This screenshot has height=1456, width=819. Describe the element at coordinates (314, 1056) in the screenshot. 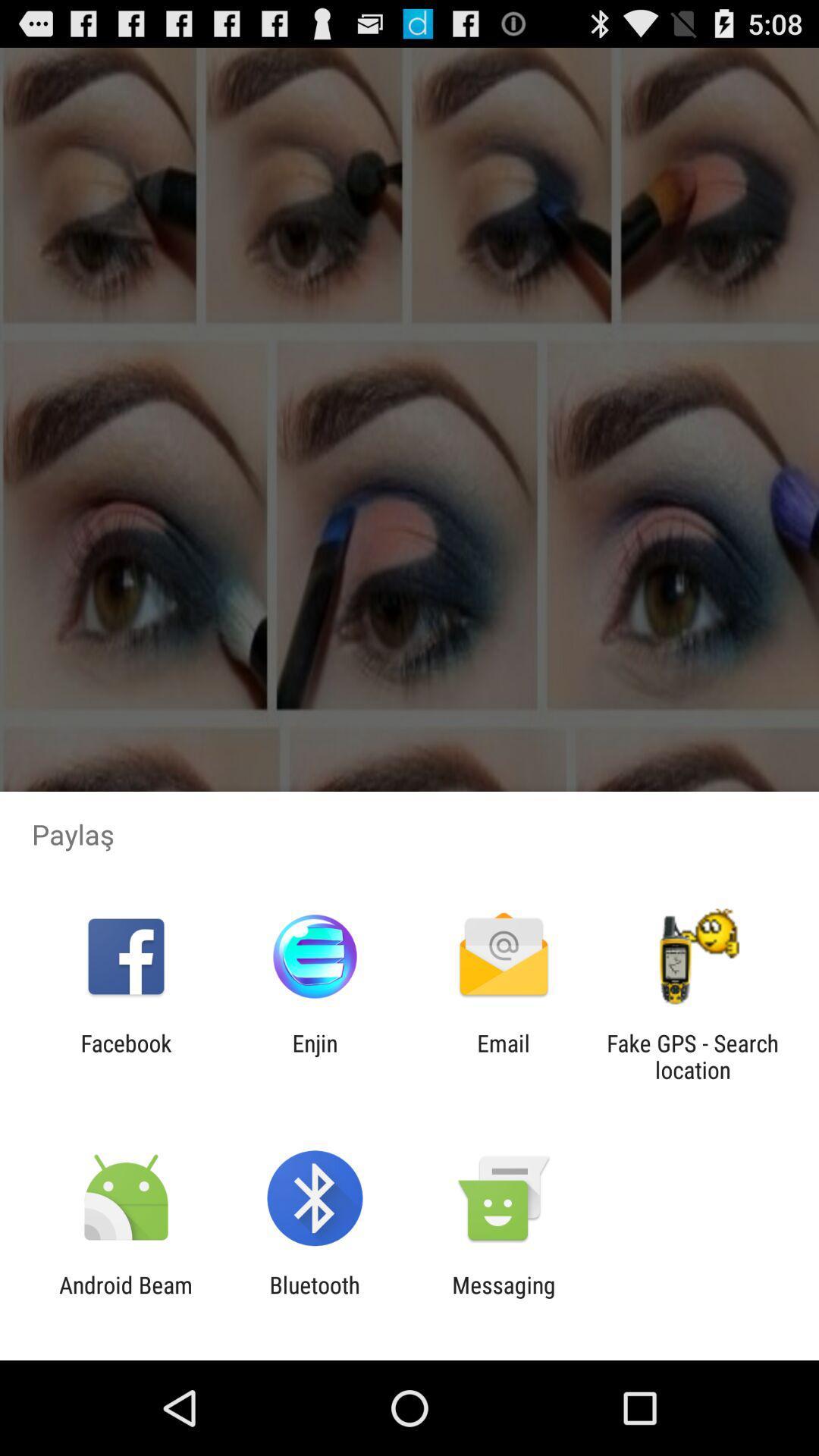

I see `icon next to the email icon` at that location.